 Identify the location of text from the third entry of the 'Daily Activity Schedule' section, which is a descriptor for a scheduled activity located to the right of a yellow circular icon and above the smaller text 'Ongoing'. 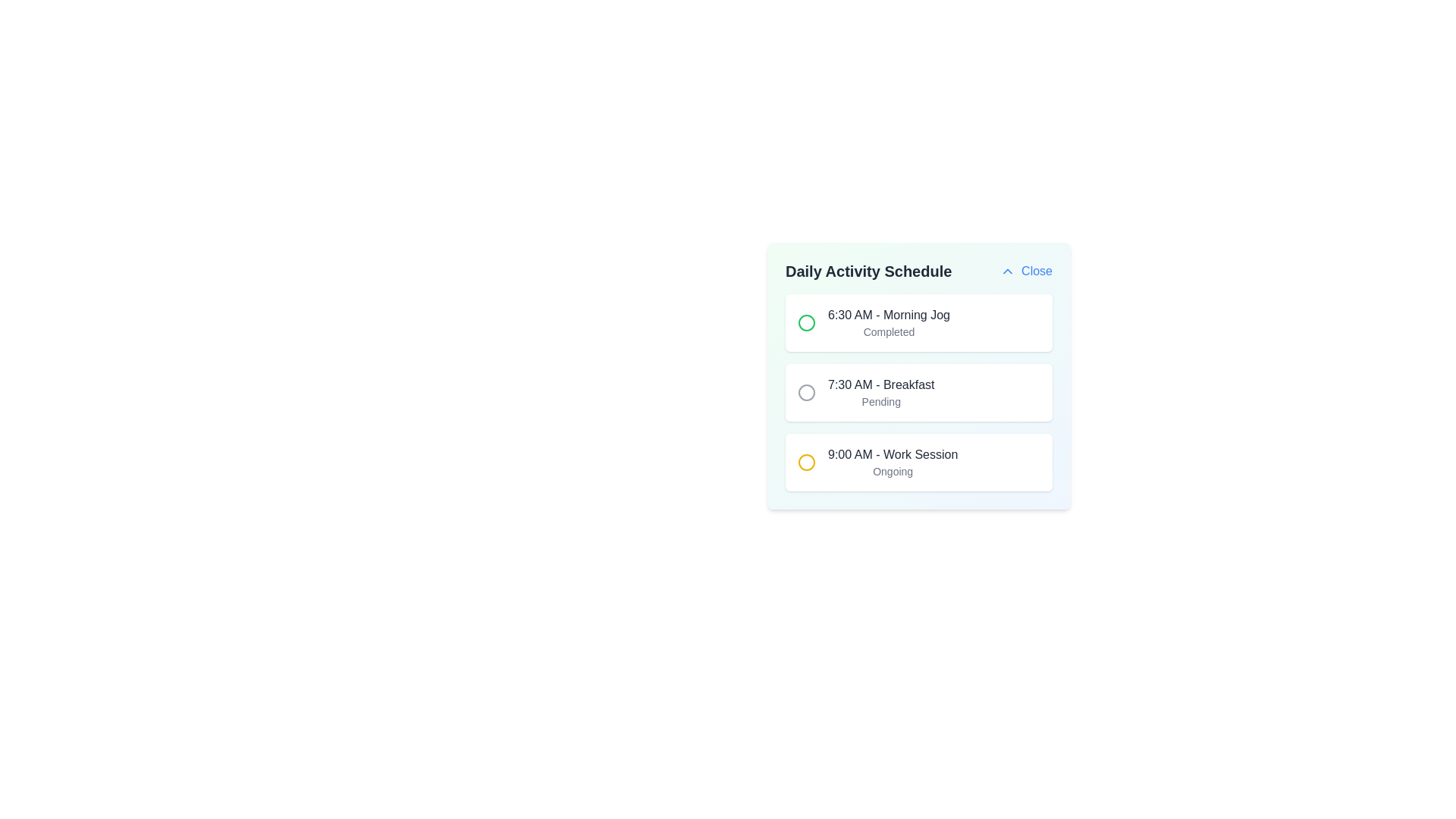
(893, 454).